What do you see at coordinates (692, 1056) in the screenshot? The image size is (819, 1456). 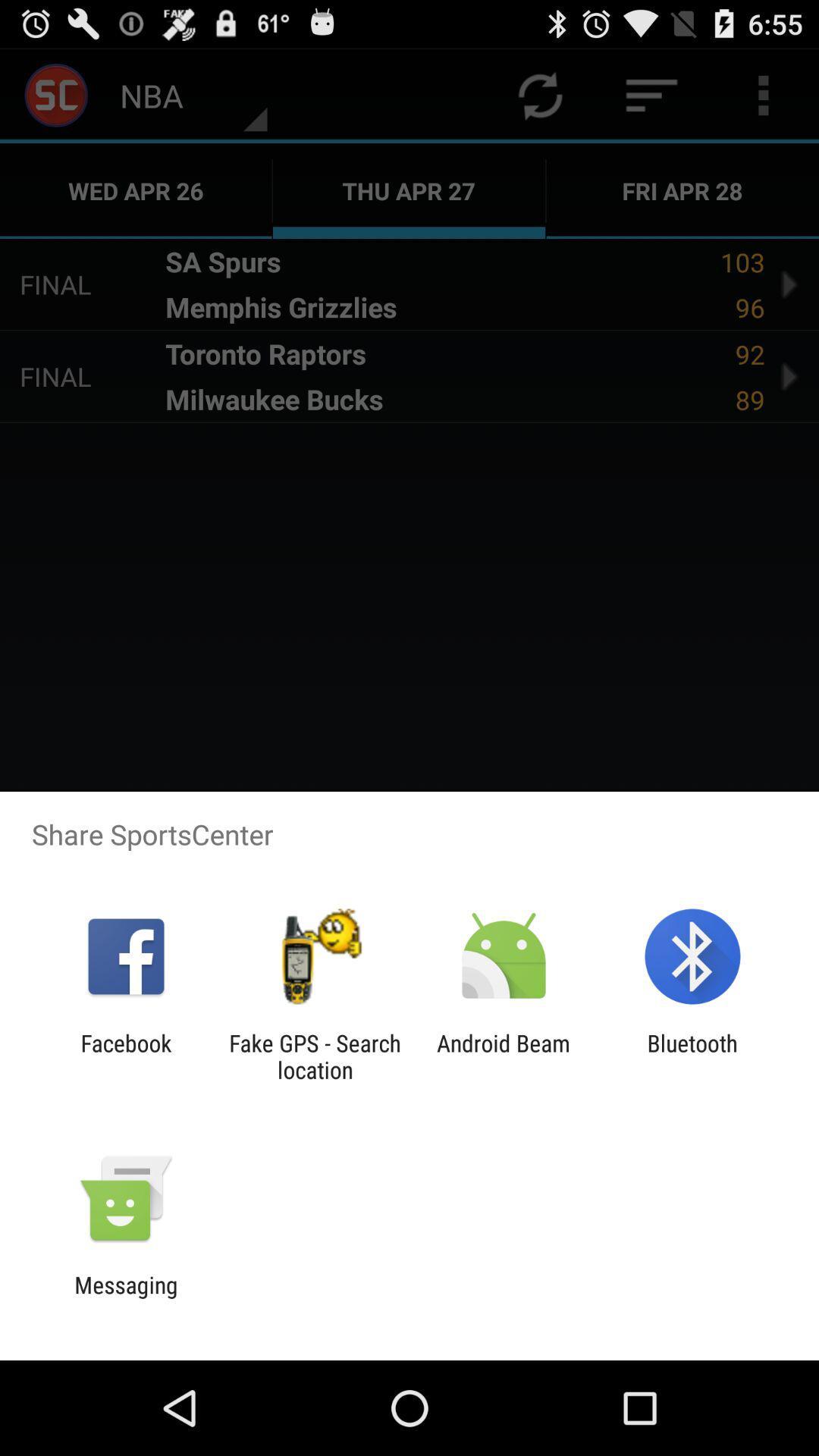 I see `the bluetooth` at bounding box center [692, 1056].